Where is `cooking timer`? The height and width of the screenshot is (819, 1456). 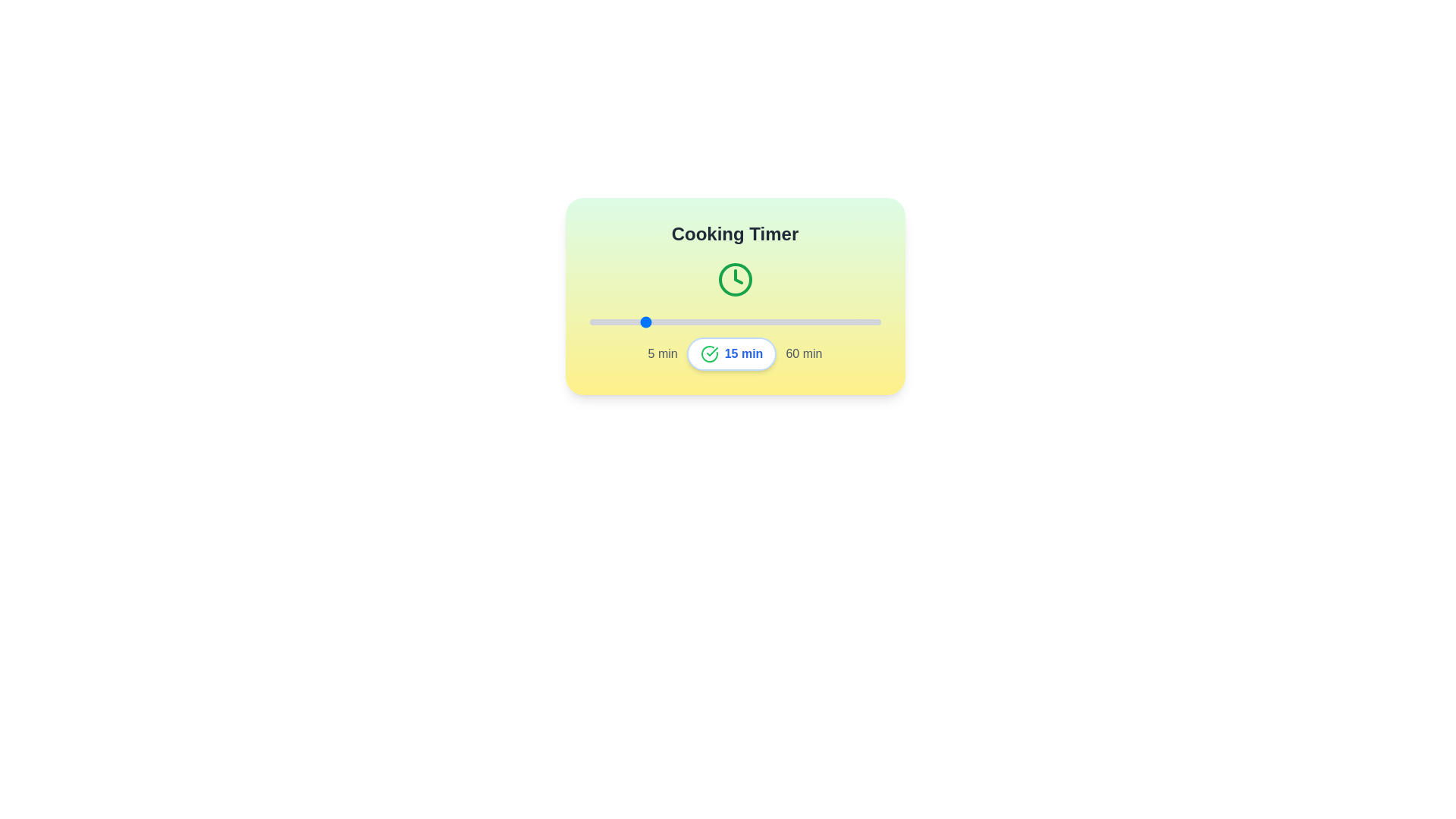 cooking timer is located at coordinates (785, 321).